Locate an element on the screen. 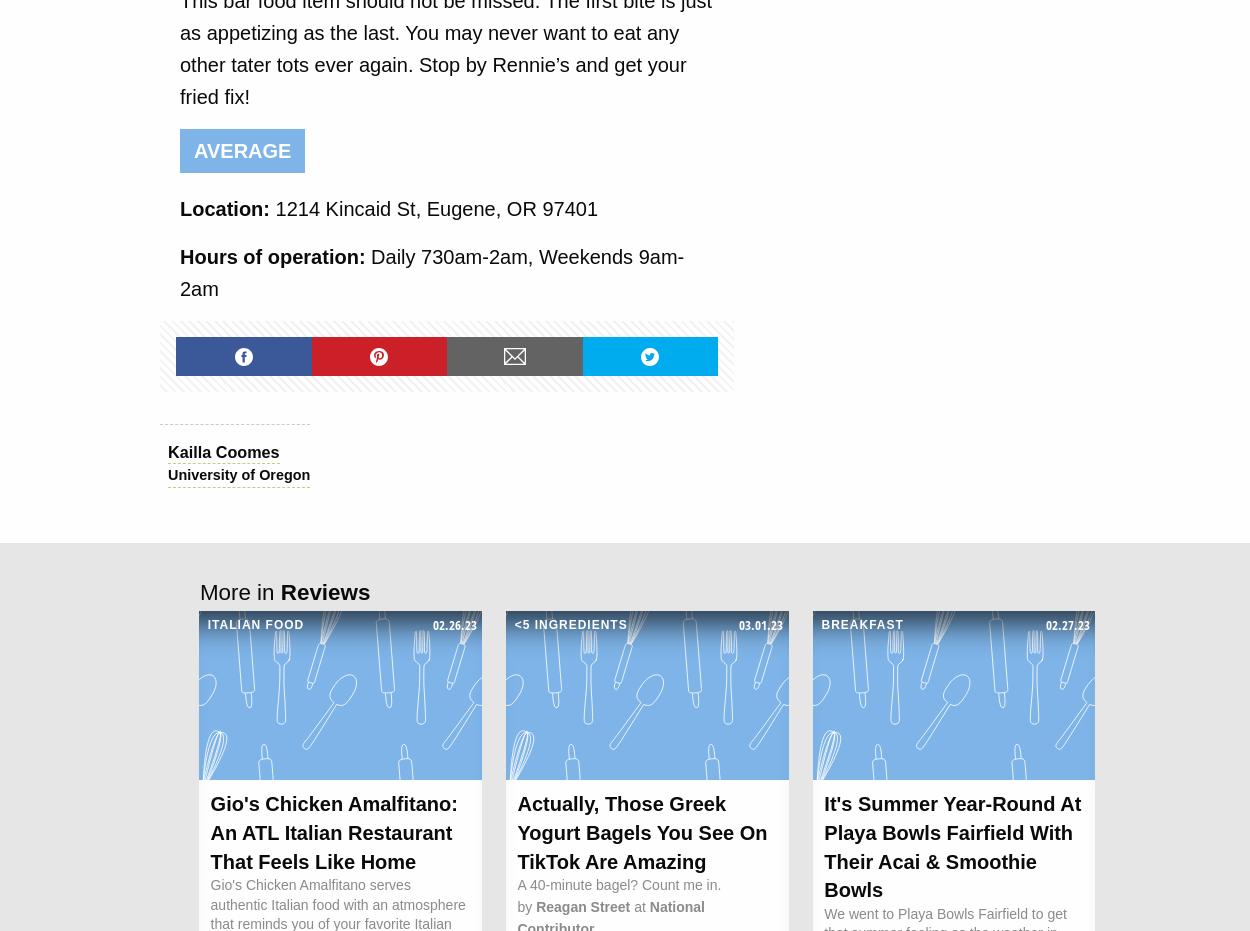  'Reagan Street' is located at coordinates (582, 905).